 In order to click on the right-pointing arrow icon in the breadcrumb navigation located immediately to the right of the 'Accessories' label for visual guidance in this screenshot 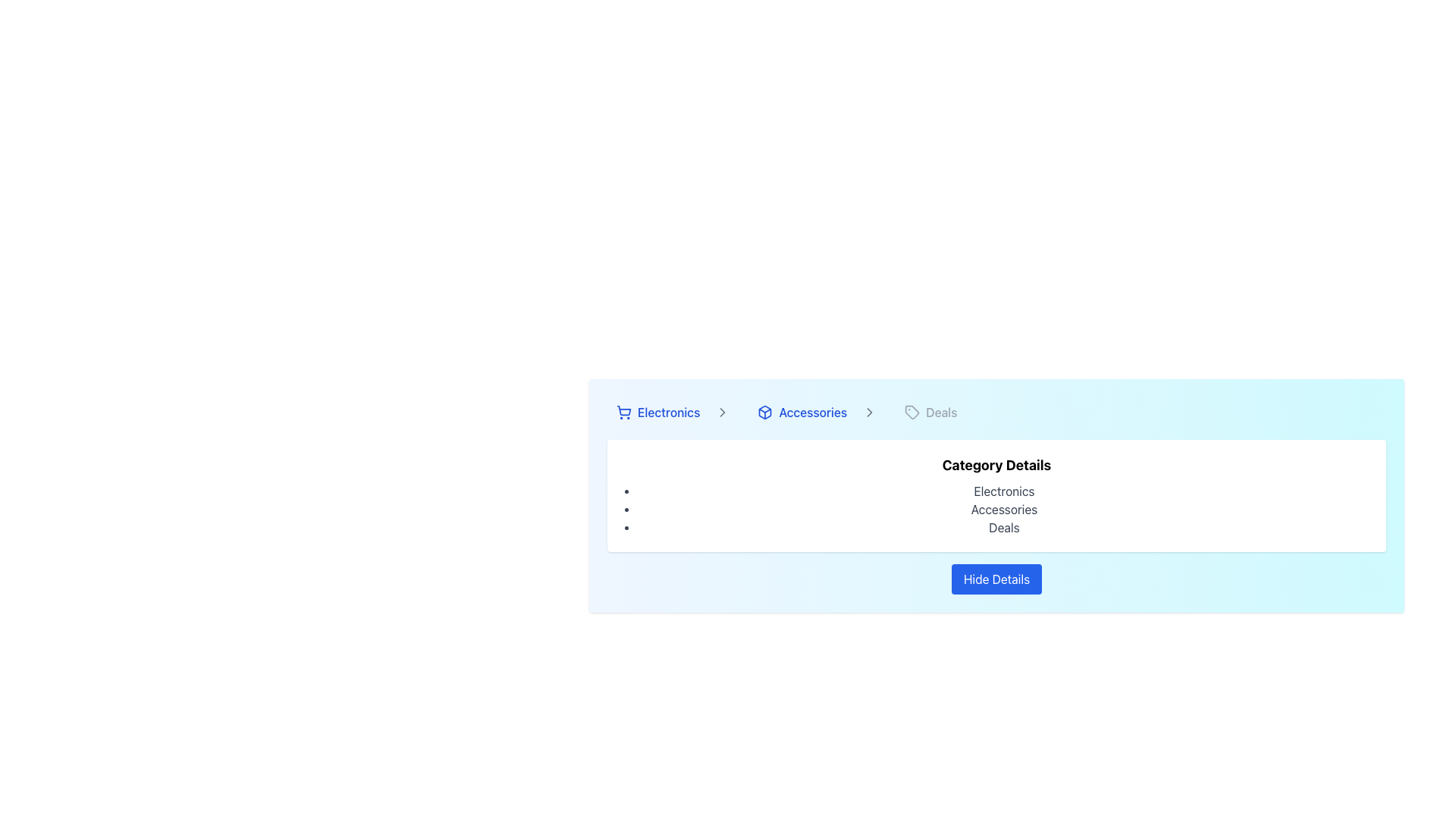, I will do `click(870, 412)`.